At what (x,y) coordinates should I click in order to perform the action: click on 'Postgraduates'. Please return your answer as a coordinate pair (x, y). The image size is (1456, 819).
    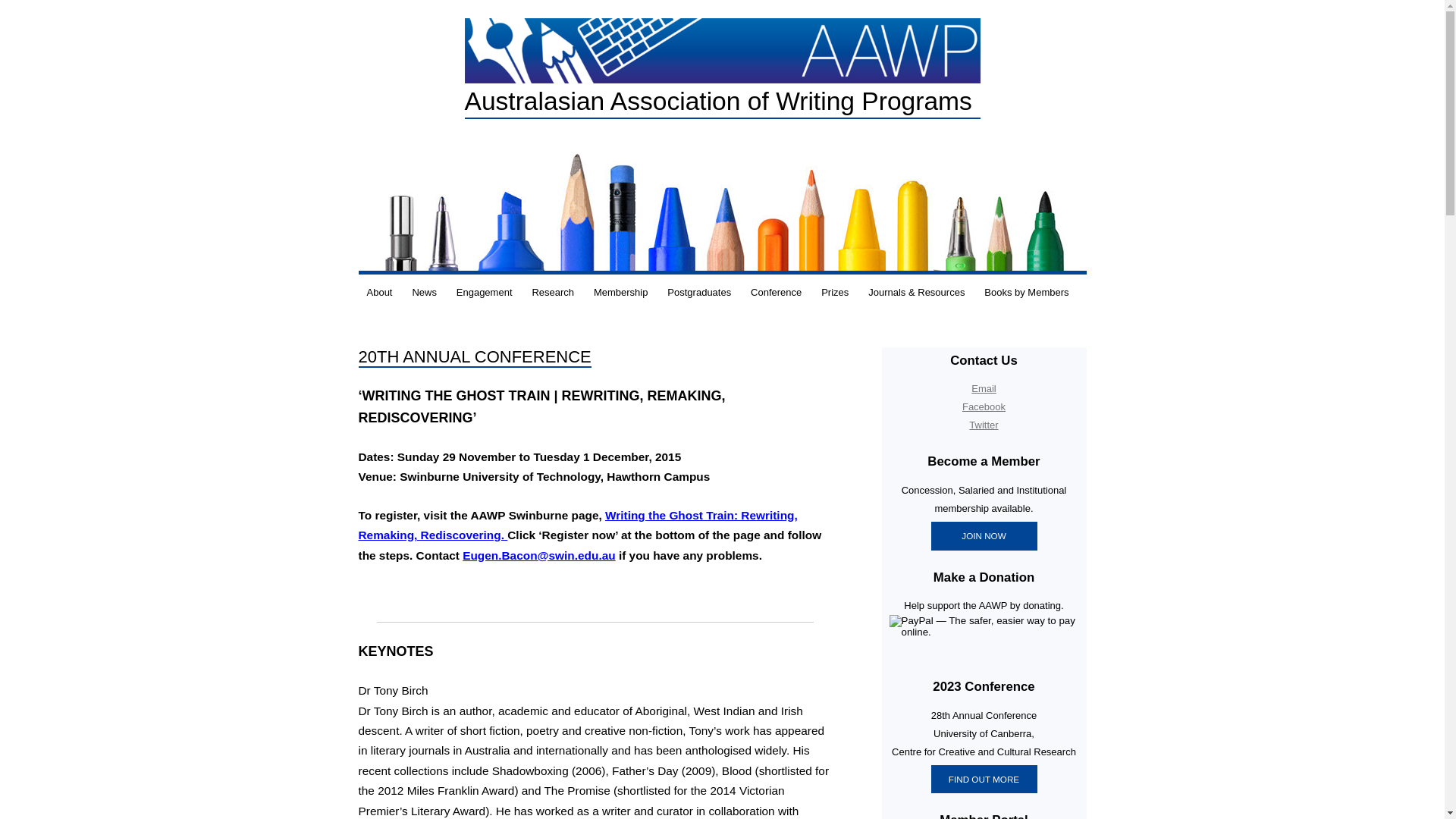
    Looking at the image, I should click on (698, 292).